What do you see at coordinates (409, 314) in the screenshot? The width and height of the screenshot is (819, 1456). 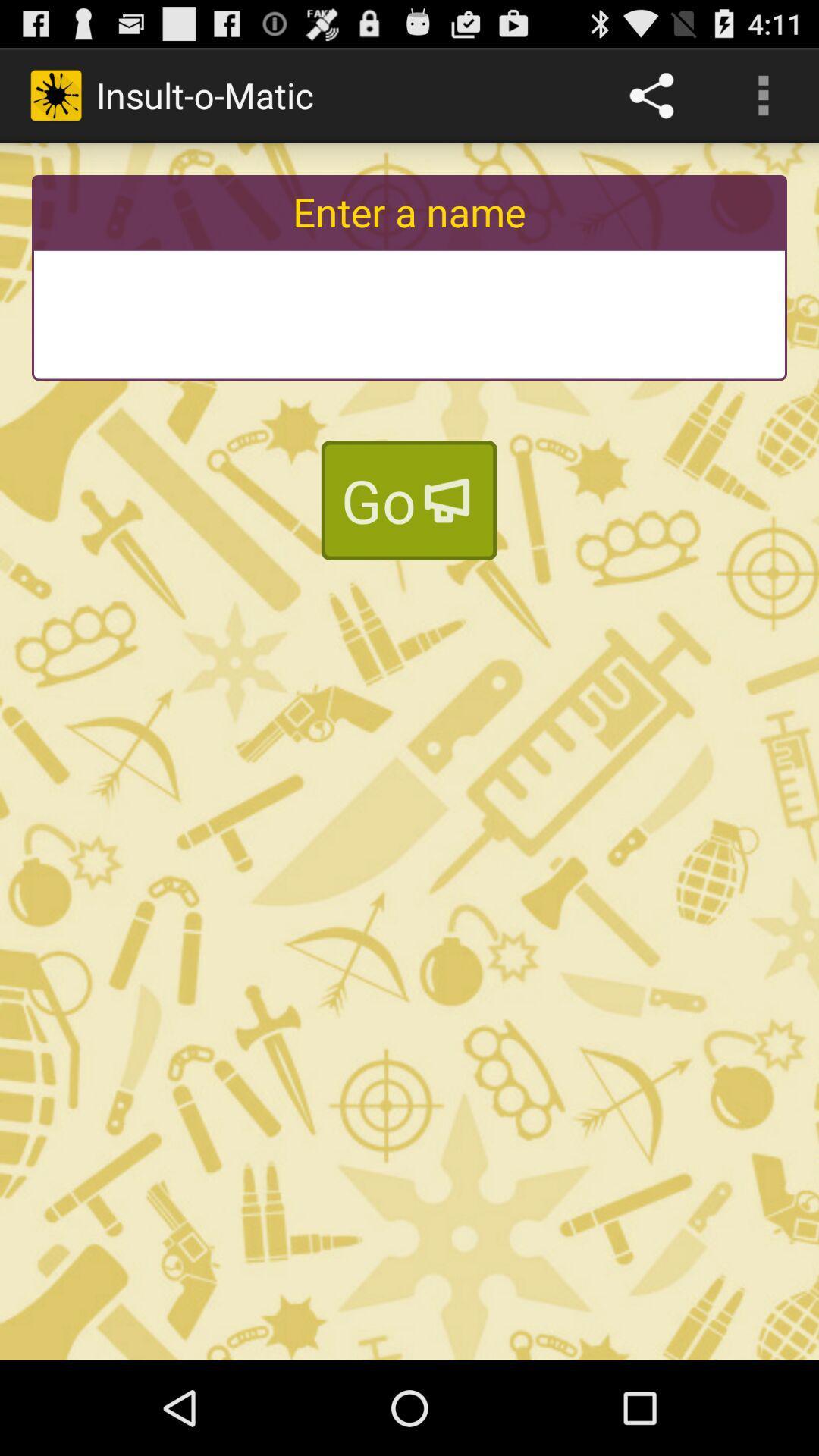 I see `diskgrasland` at bounding box center [409, 314].